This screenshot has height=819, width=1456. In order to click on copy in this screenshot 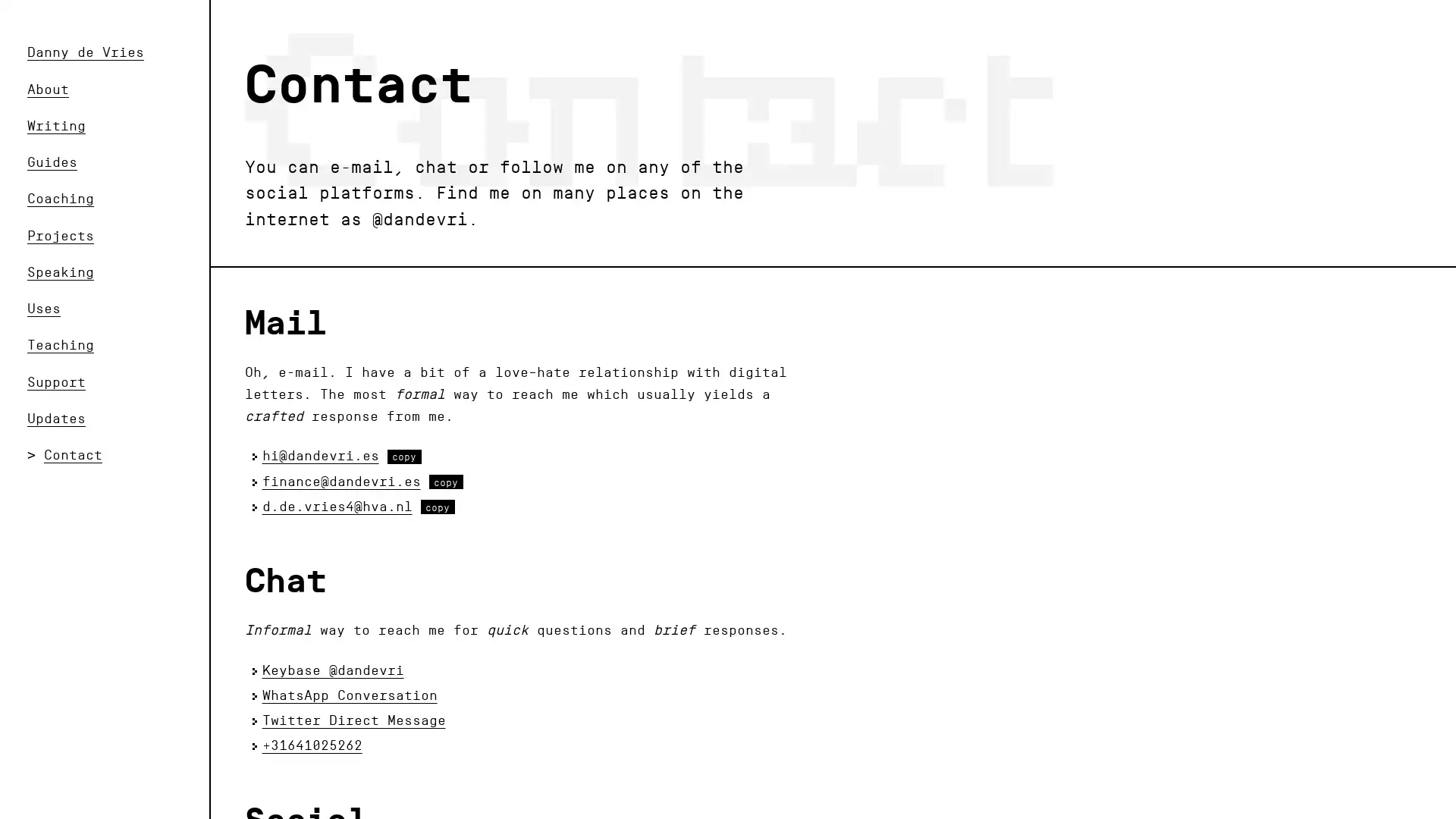, I will do `click(444, 482)`.